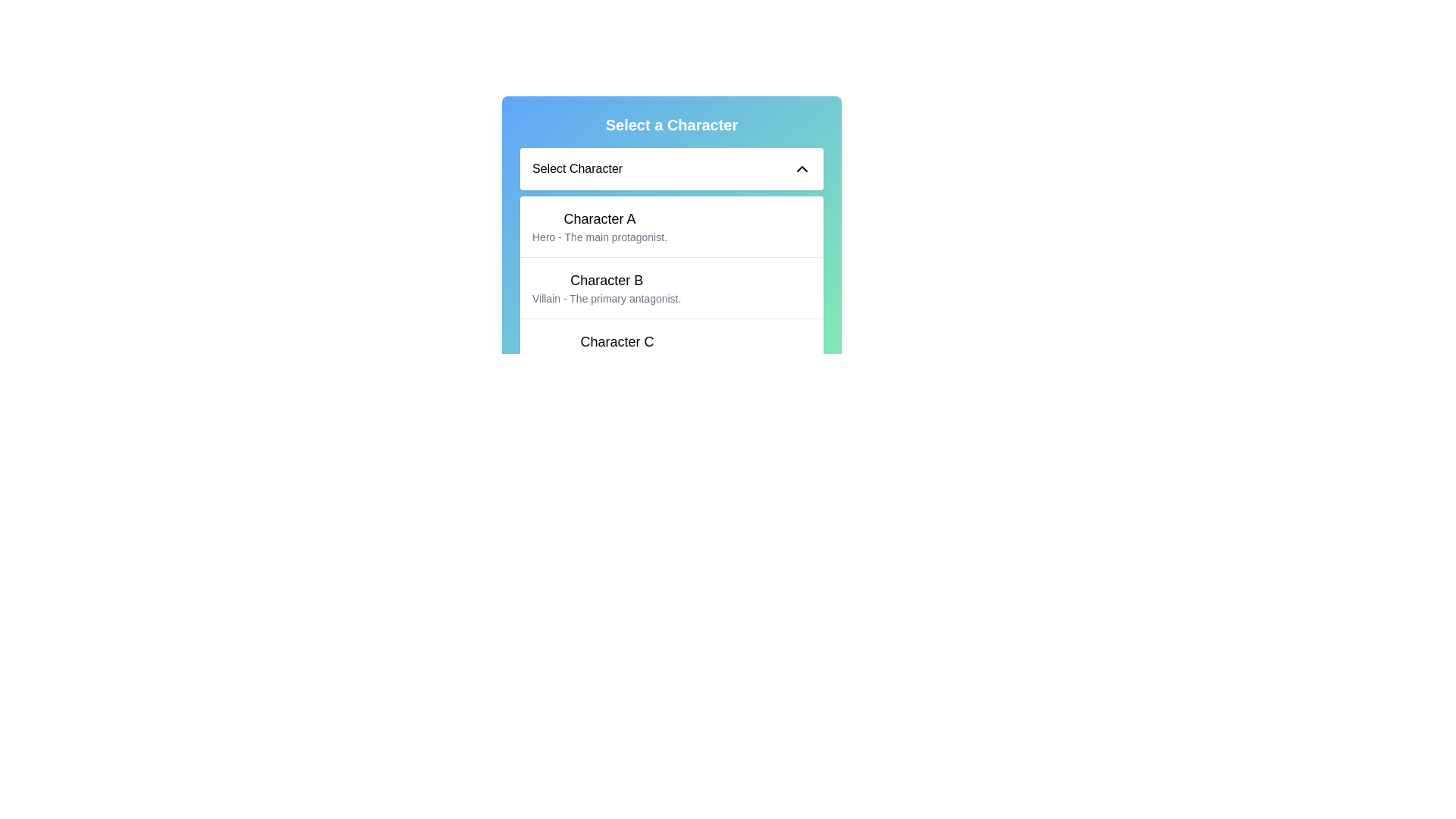 Image resolution: width=1456 pixels, height=819 pixels. What do you see at coordinates (607, 281) in the screenshot?
I see `the bolded text label displaying 'Character B' to potentially select the corresponding character in the character selection dropdown list` at bounding box center [607, 281].